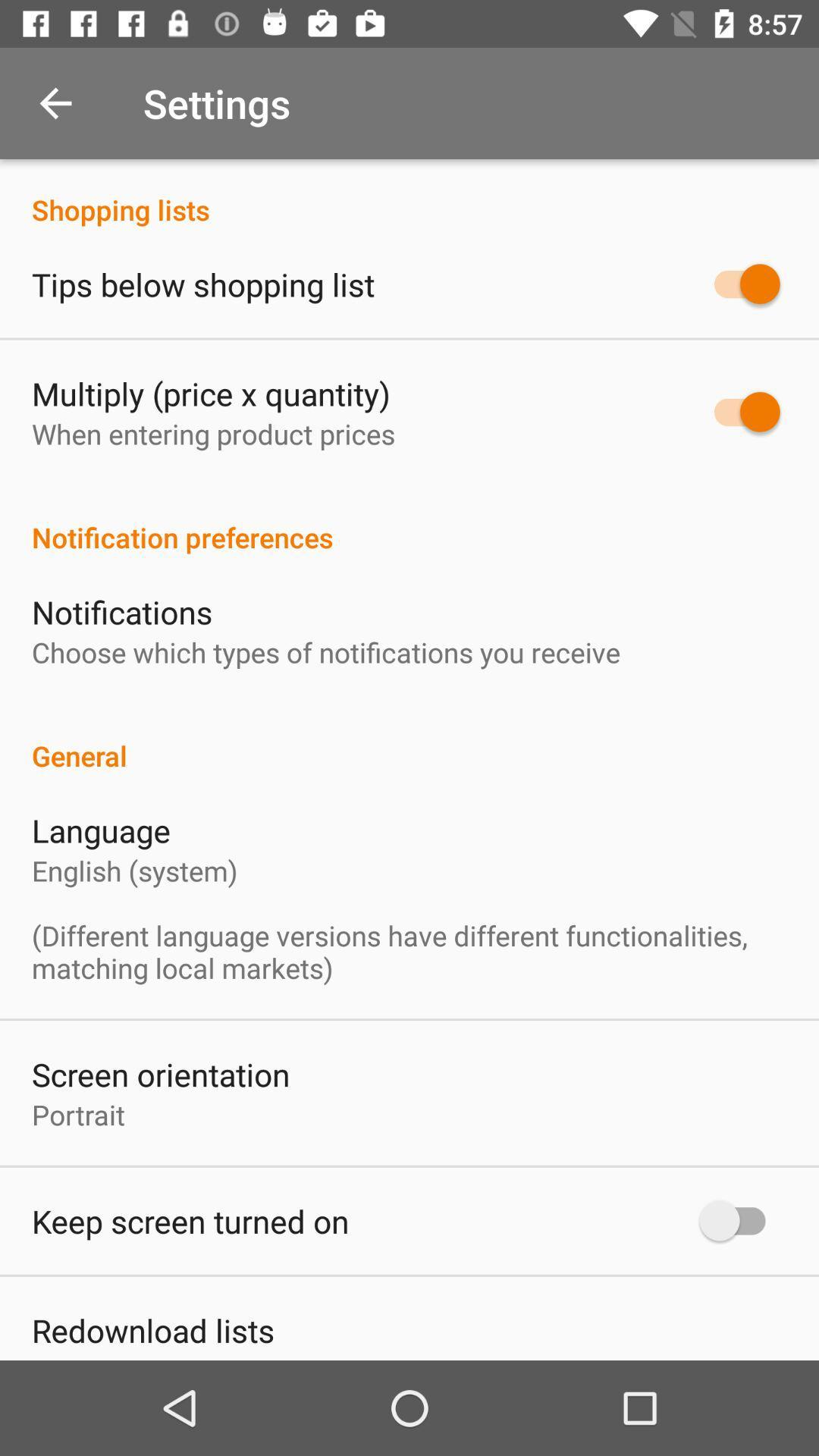  I want to click on icon above multiply price x icon, so click(202, 284).